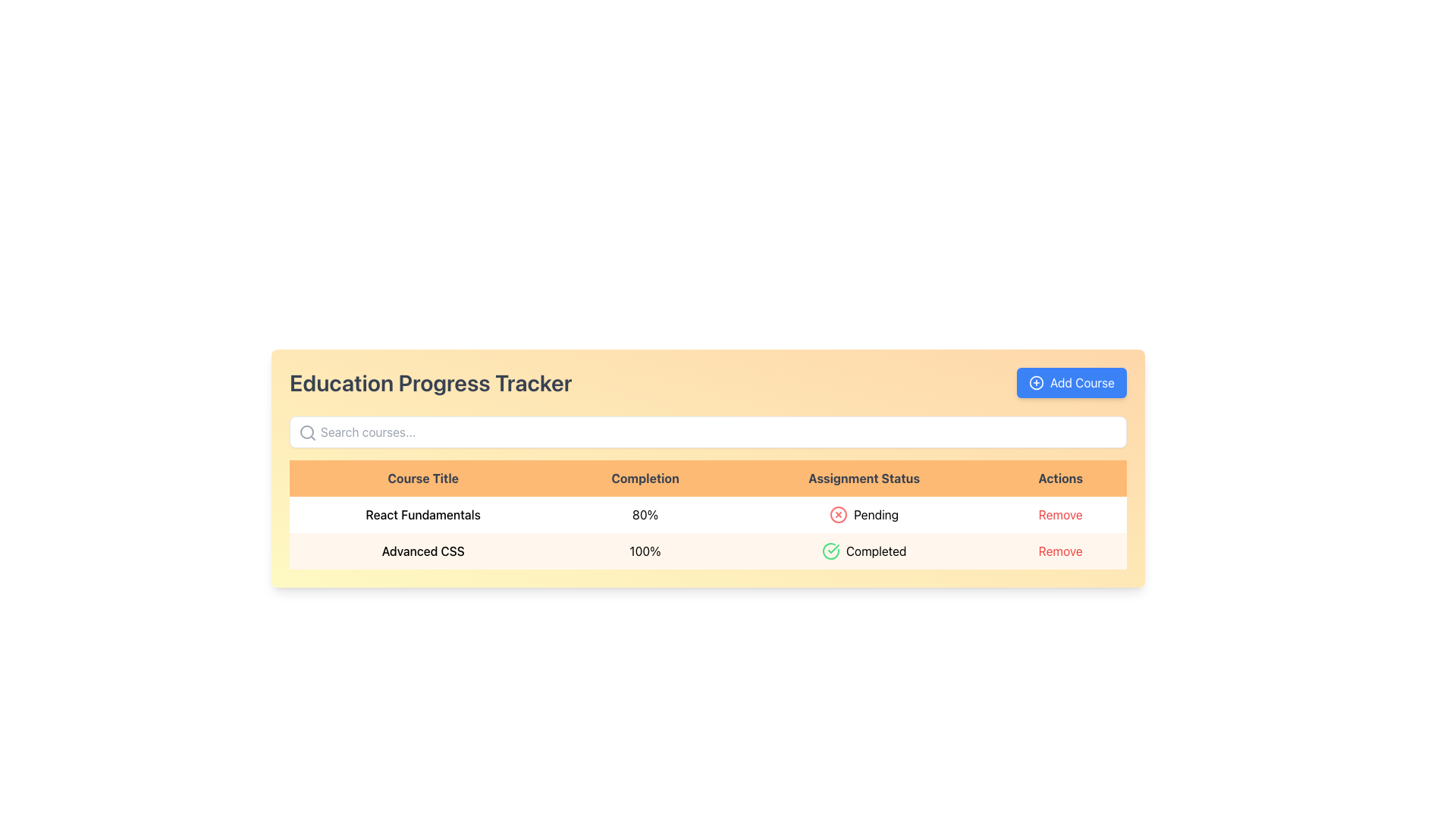 Image resolution: width=1456 pixels, height=819 pixels. I want to click on the red circular icon with a central cross shape located in the 'Assignment Status' column of the 'React Fundamentals' row, so click(838, 513).